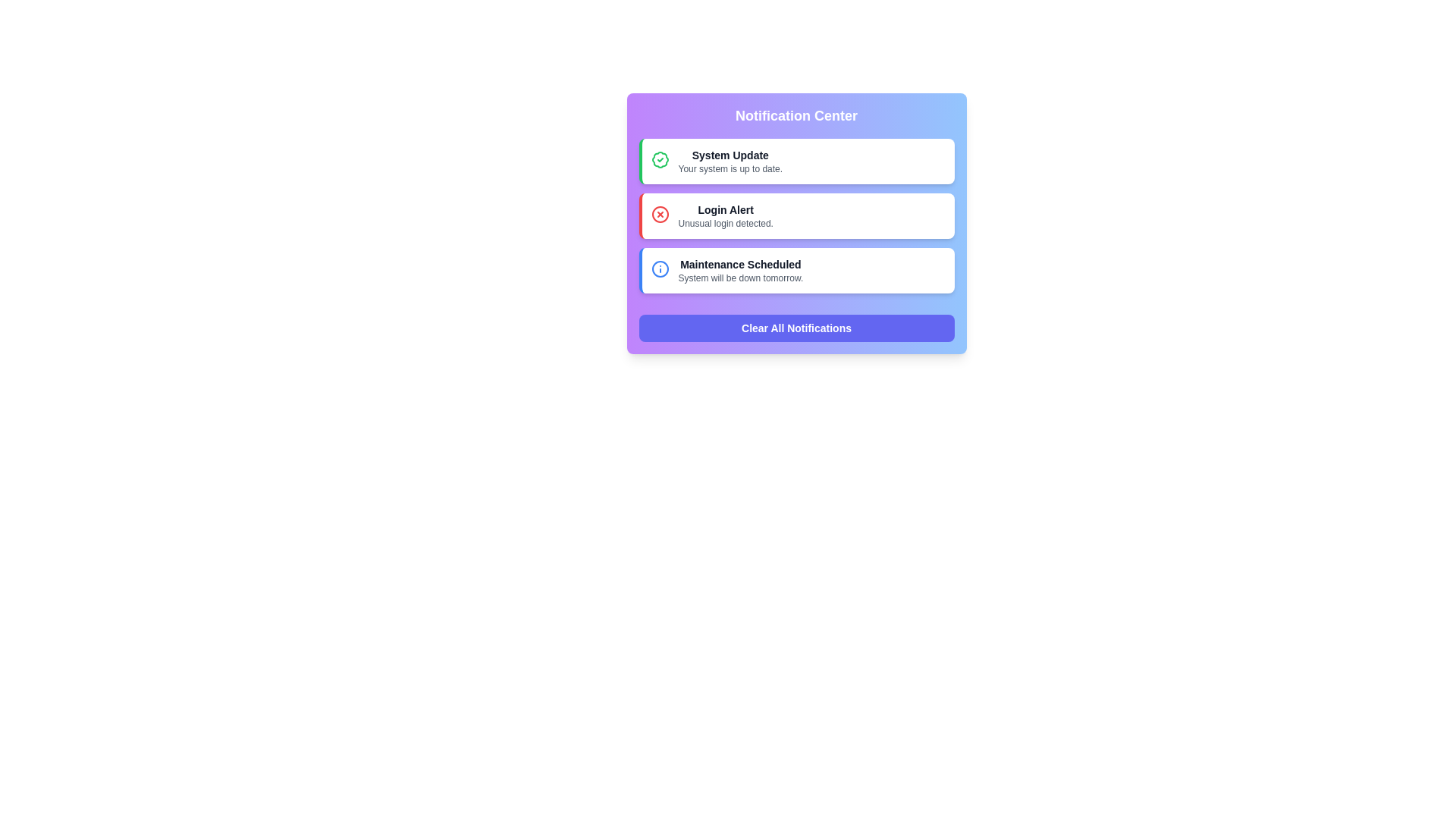 The image size is (1456, 819). Describe the element at coordinates (660, 214) in the screenshot. I see `the circular red 'X' icon with a red border, associated with the 'Login Alert' notification` at that location.